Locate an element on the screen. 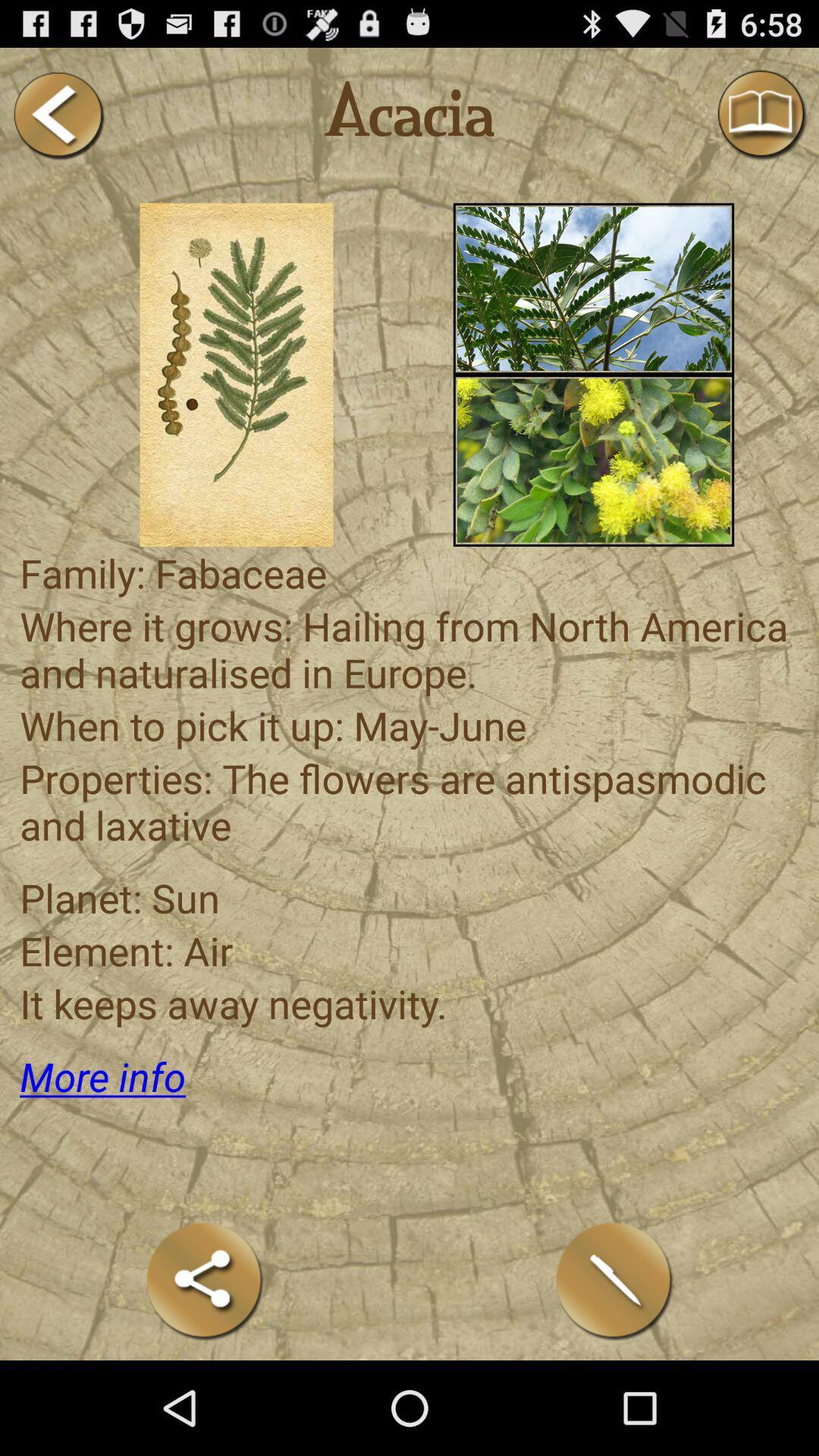 Image resolution: width=819 pixels, height=1456 pixels. image is located at coordinates (593, 288).